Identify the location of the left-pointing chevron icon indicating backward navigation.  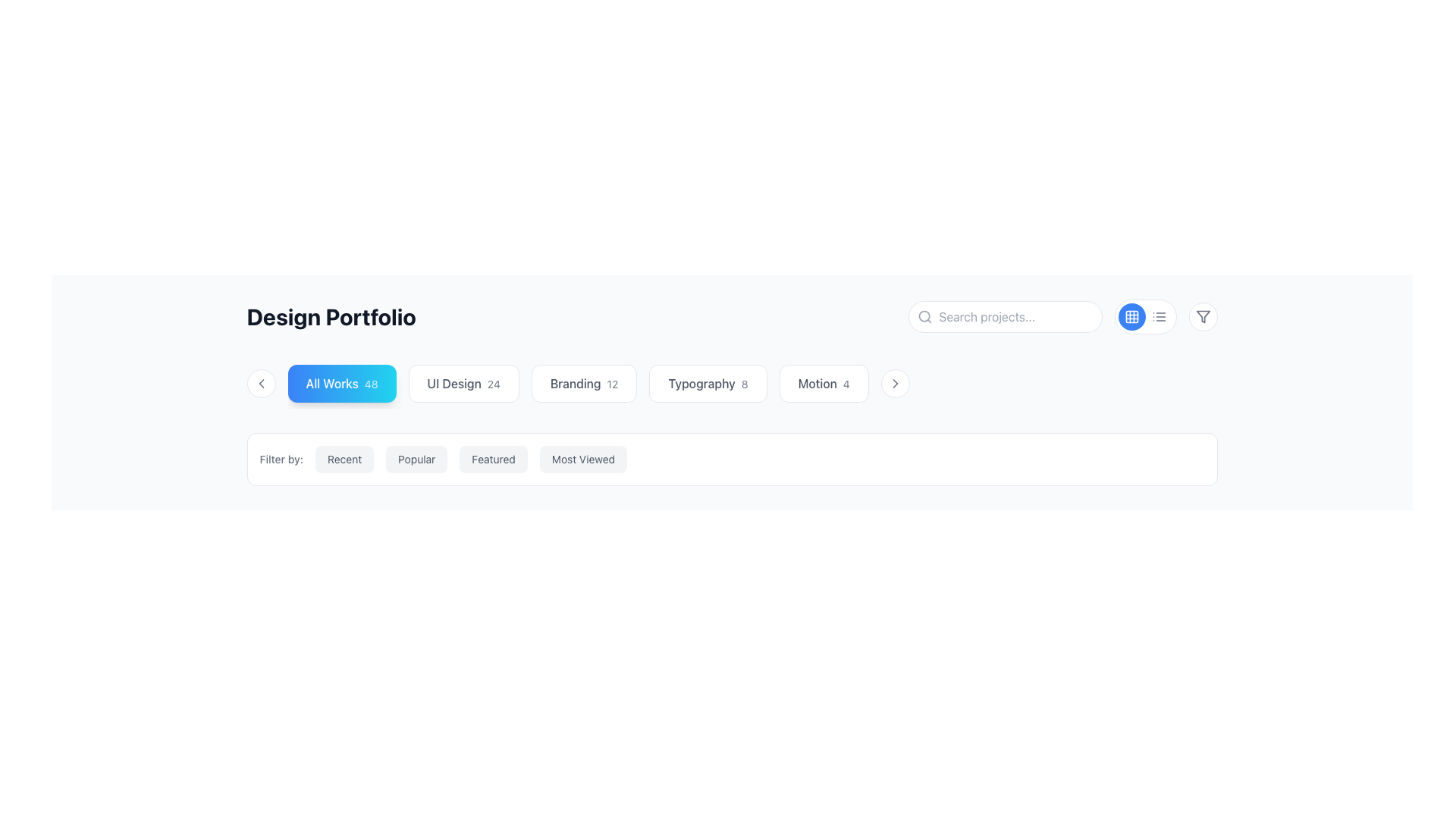
(261, 382).